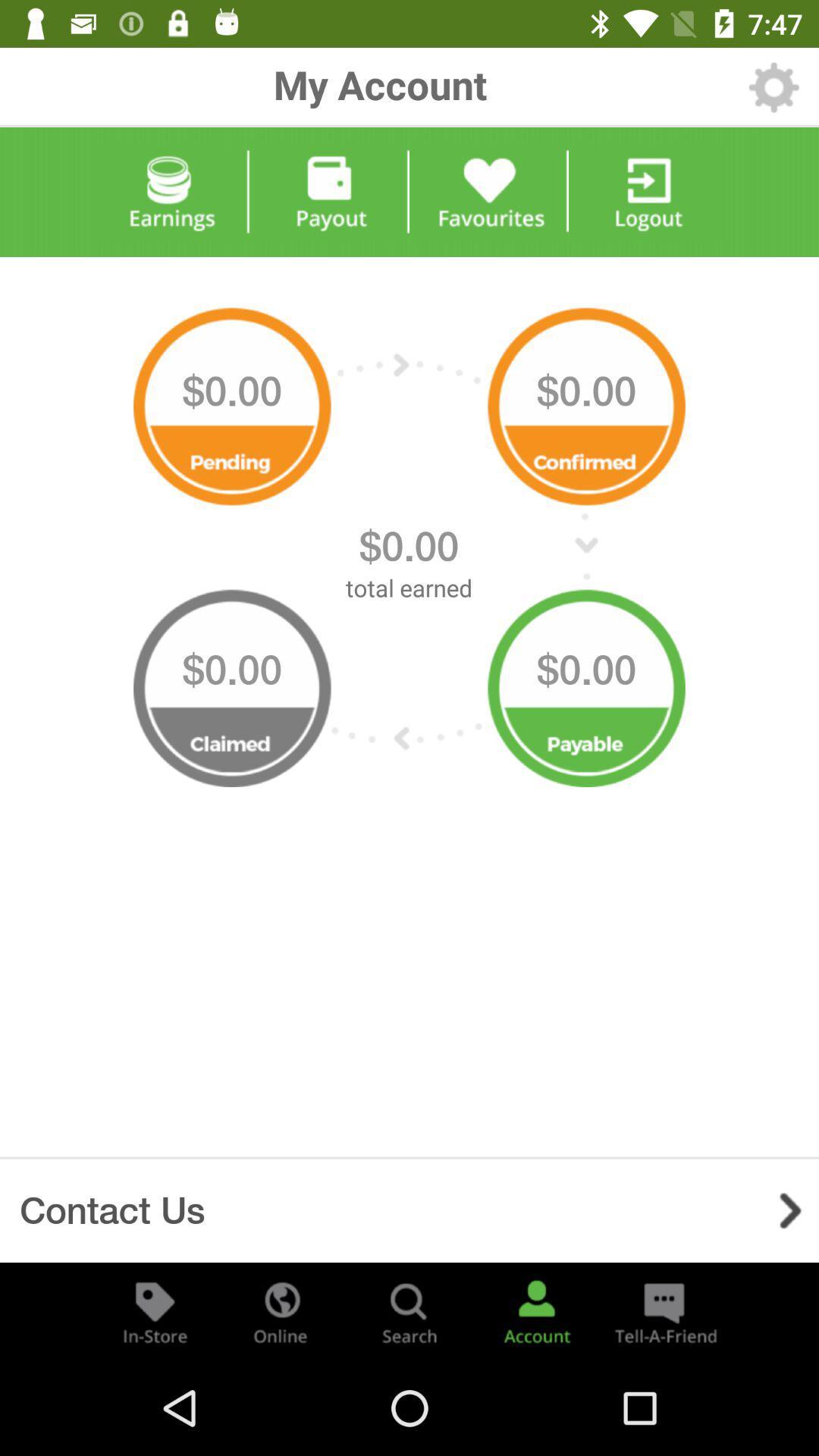 This screenshot has width=819, height=1456. Describe the element at coordinates (773, 86) in the screenshot. I see `settings option` at that location.